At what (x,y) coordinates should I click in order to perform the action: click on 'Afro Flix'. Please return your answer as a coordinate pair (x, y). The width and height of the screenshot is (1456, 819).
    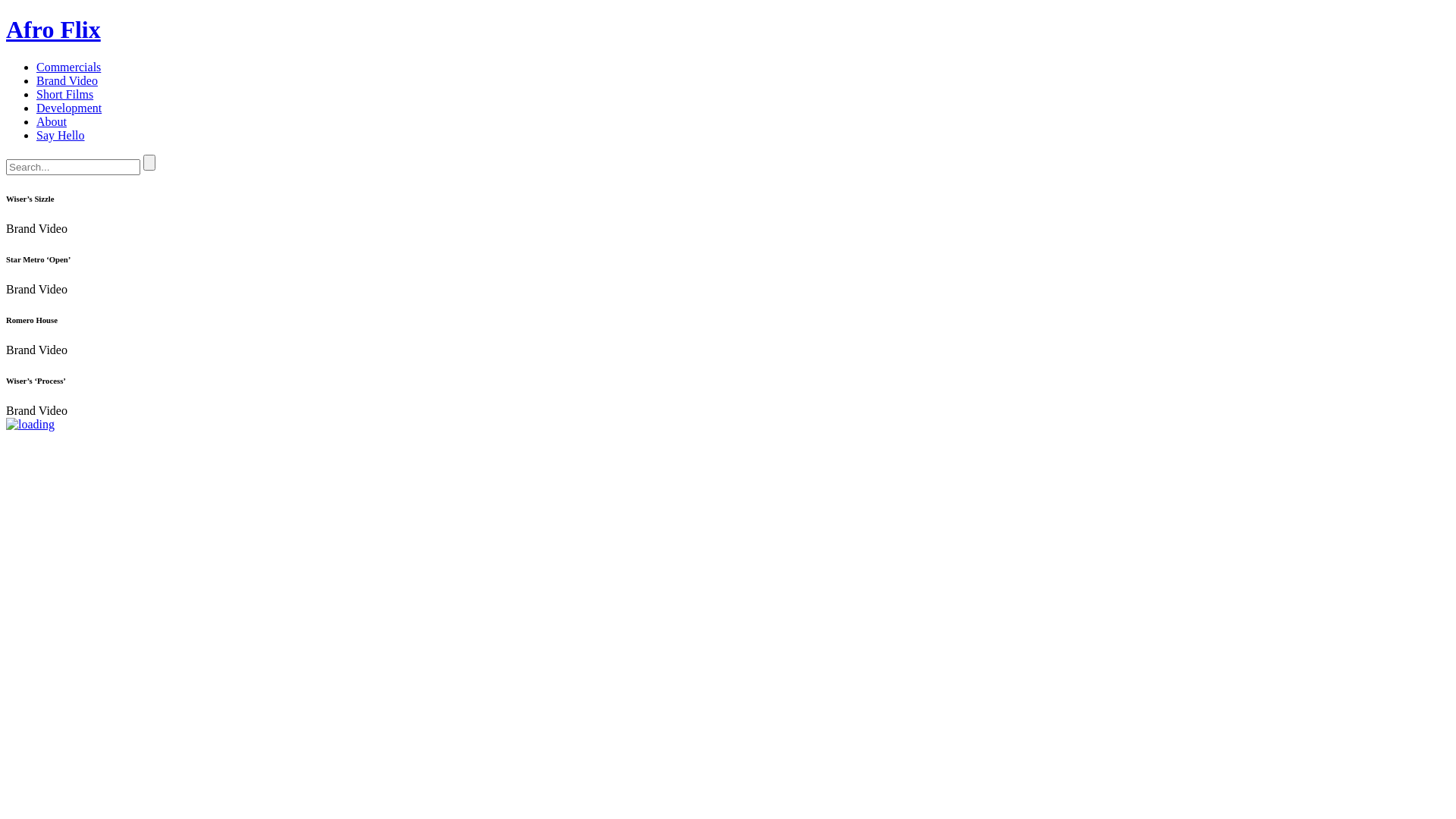
    Looking at the image, I should click on (6, 29).